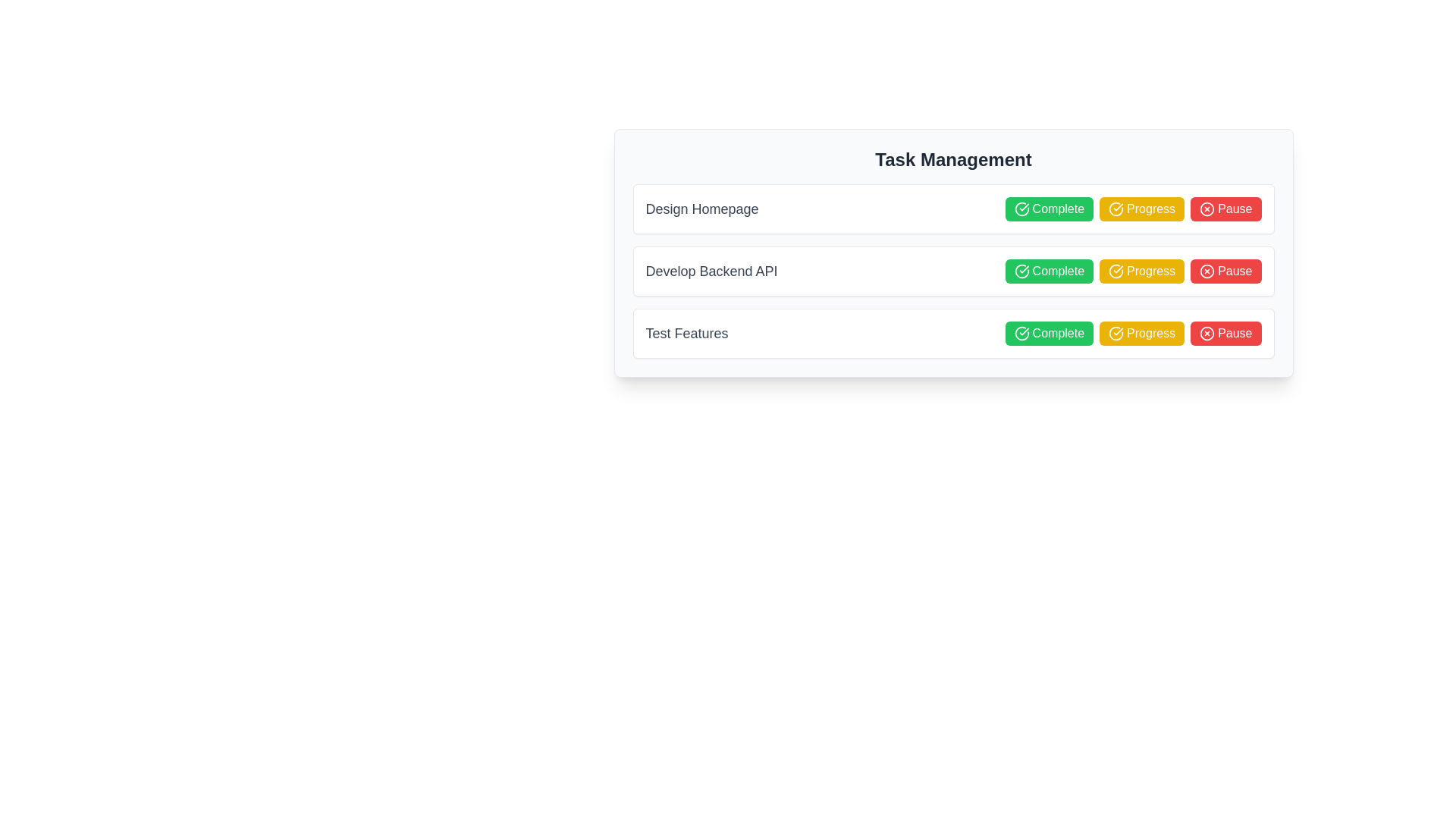 The width and height of the screenshot is (1456, 819). What do you see at coordinates (1047, 332) in the screenshot?
I see `the leftmost button in the 'Test Features' row to mark the task as completed` at bounding box center [1047, 332].